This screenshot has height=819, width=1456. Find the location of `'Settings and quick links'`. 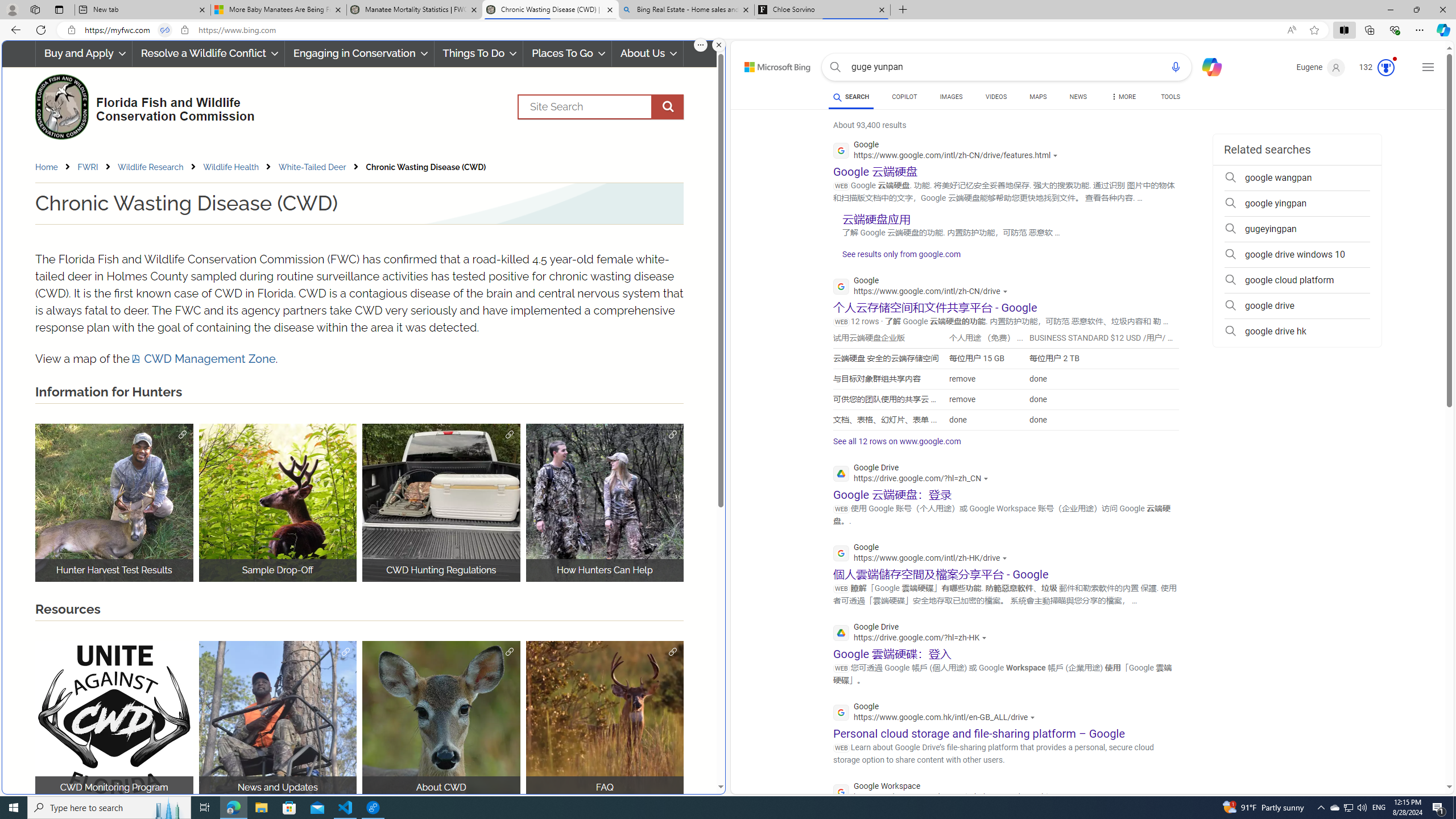

'Settings and quick links' is located at coordinates (1428, 67).